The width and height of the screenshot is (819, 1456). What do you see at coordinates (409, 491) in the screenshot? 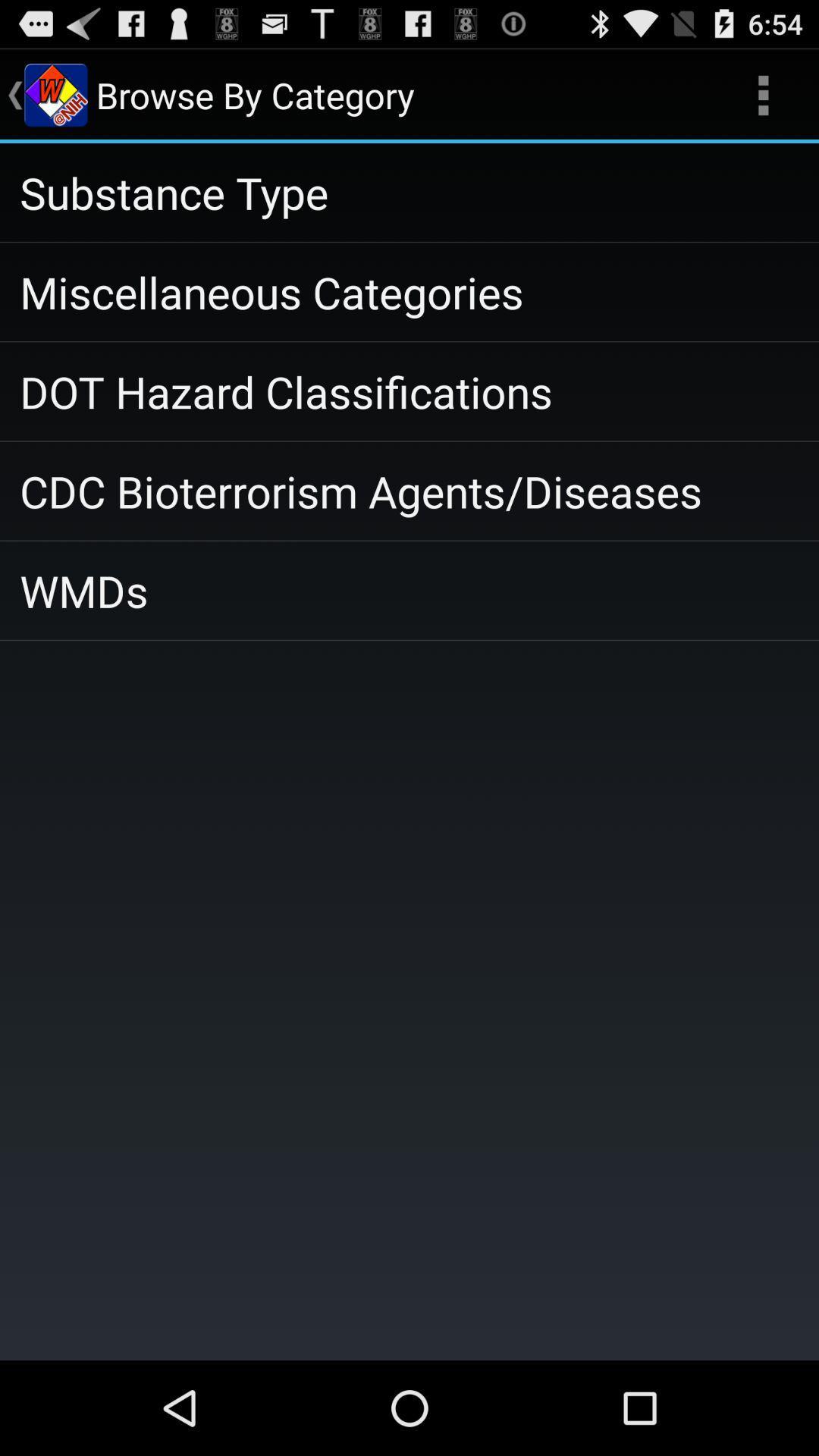
I see `the cdc bioterrorism agents item` at bounding box center [409, 491].